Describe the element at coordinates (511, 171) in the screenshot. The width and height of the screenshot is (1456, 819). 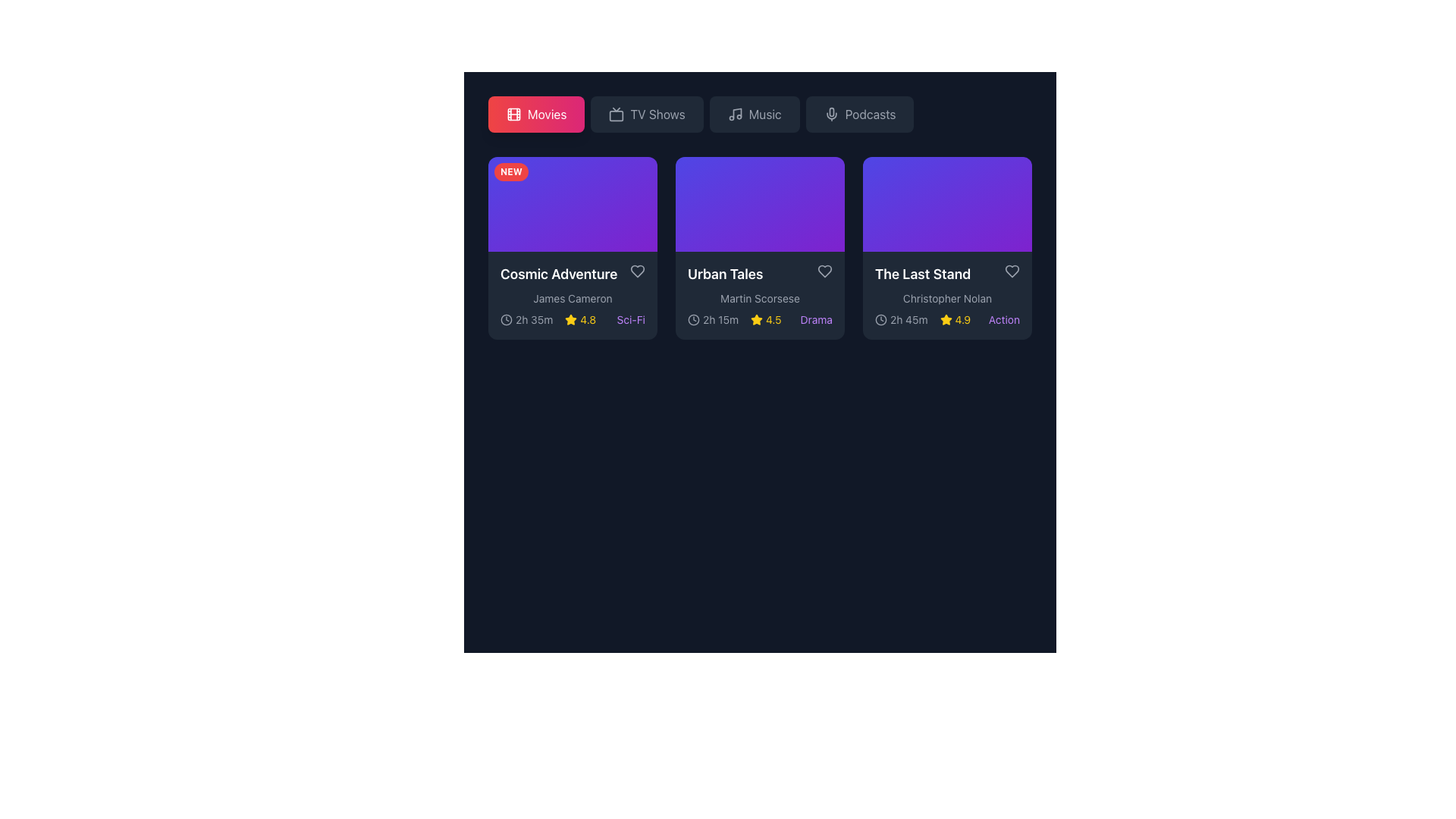
I see `the 'NEW' label with a bold red background and white uppercase text, located at the top-left corner of the 'Cosmic Adventure' content card` at that location.